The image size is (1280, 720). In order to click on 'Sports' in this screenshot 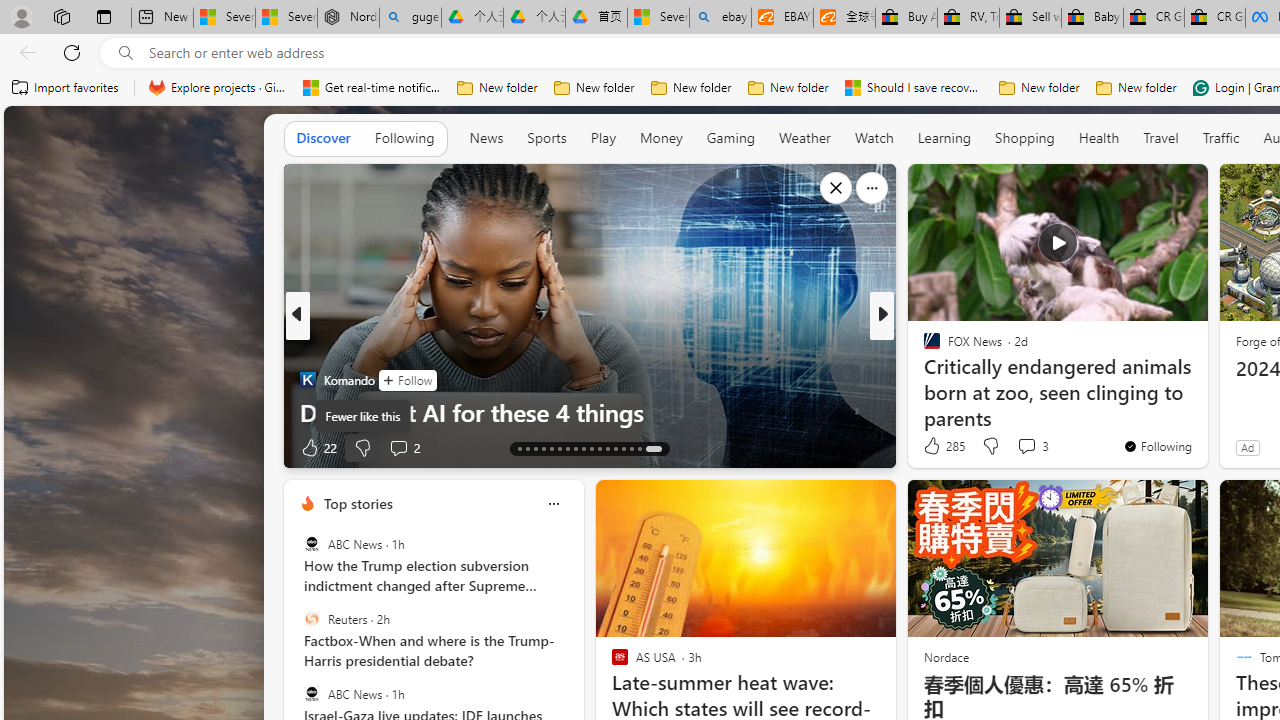, I will do `click(547, 136)`.